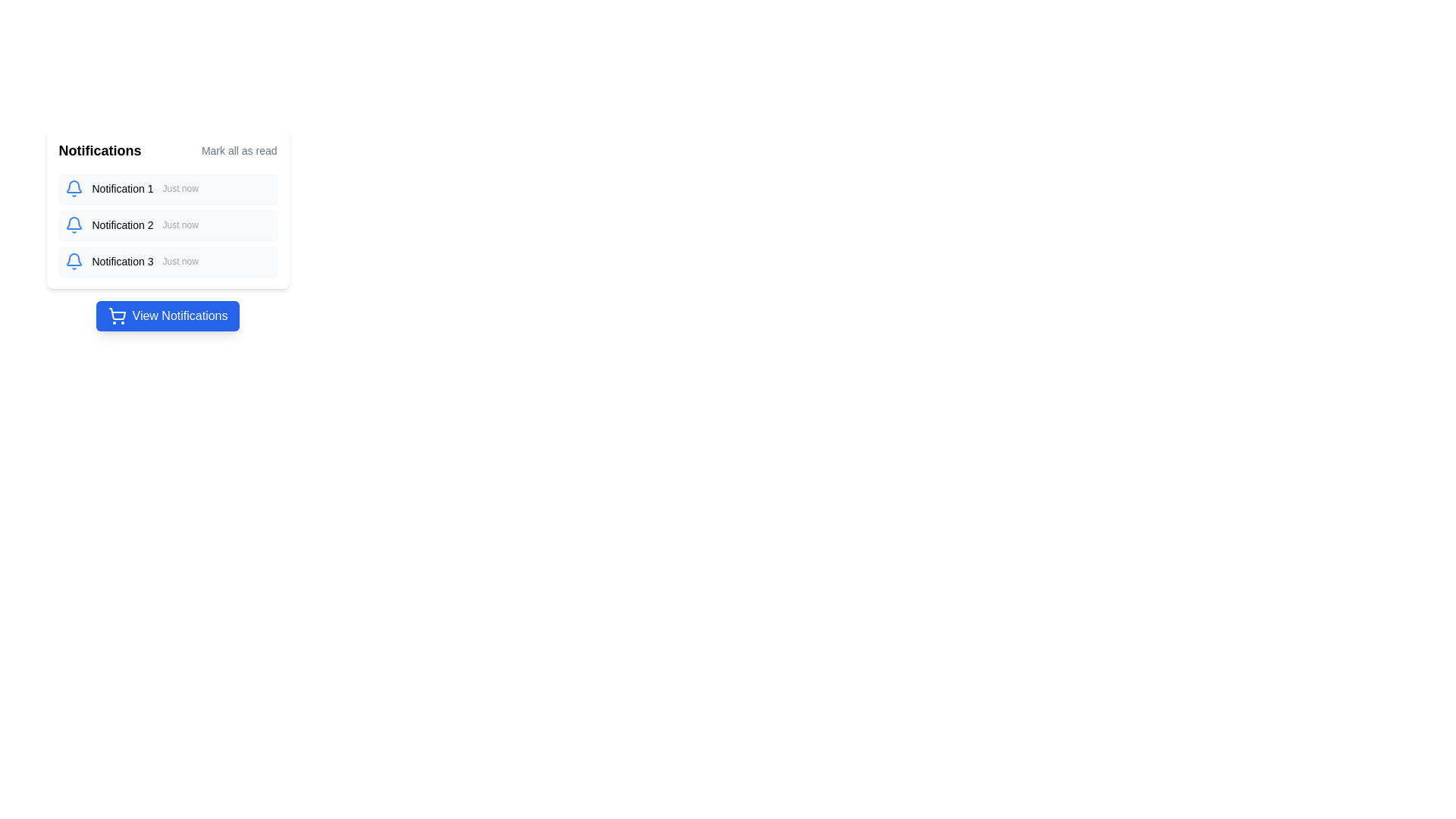 The image size is (1456, 819). I want to click on the third notification item in the notification widget, which features a blue bell icon and the text 'Notification 3', so click(168, 260).